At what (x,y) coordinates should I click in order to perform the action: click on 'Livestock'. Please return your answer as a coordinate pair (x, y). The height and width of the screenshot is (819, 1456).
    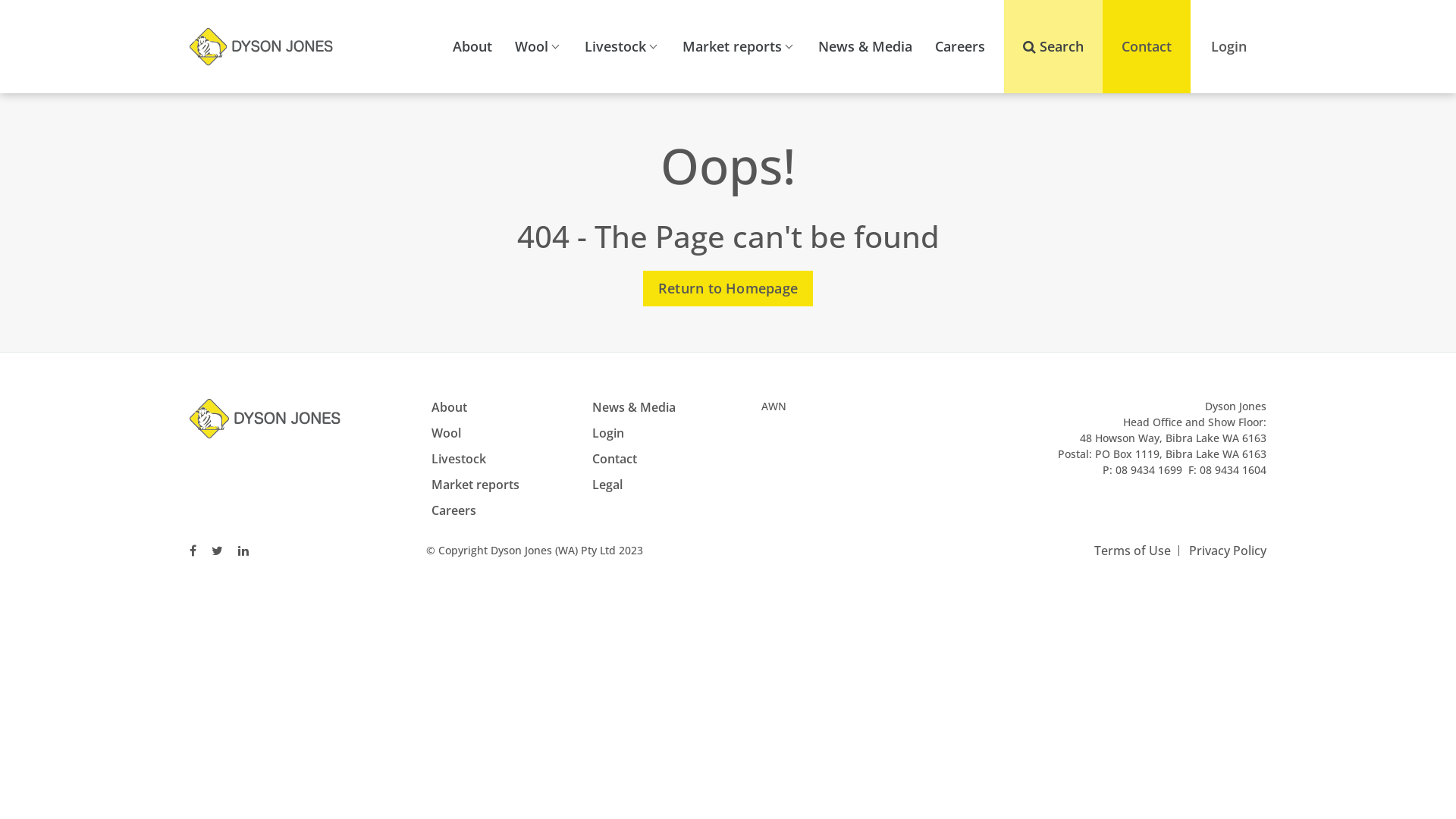
    Looking at the image, I should click on (622, 45).